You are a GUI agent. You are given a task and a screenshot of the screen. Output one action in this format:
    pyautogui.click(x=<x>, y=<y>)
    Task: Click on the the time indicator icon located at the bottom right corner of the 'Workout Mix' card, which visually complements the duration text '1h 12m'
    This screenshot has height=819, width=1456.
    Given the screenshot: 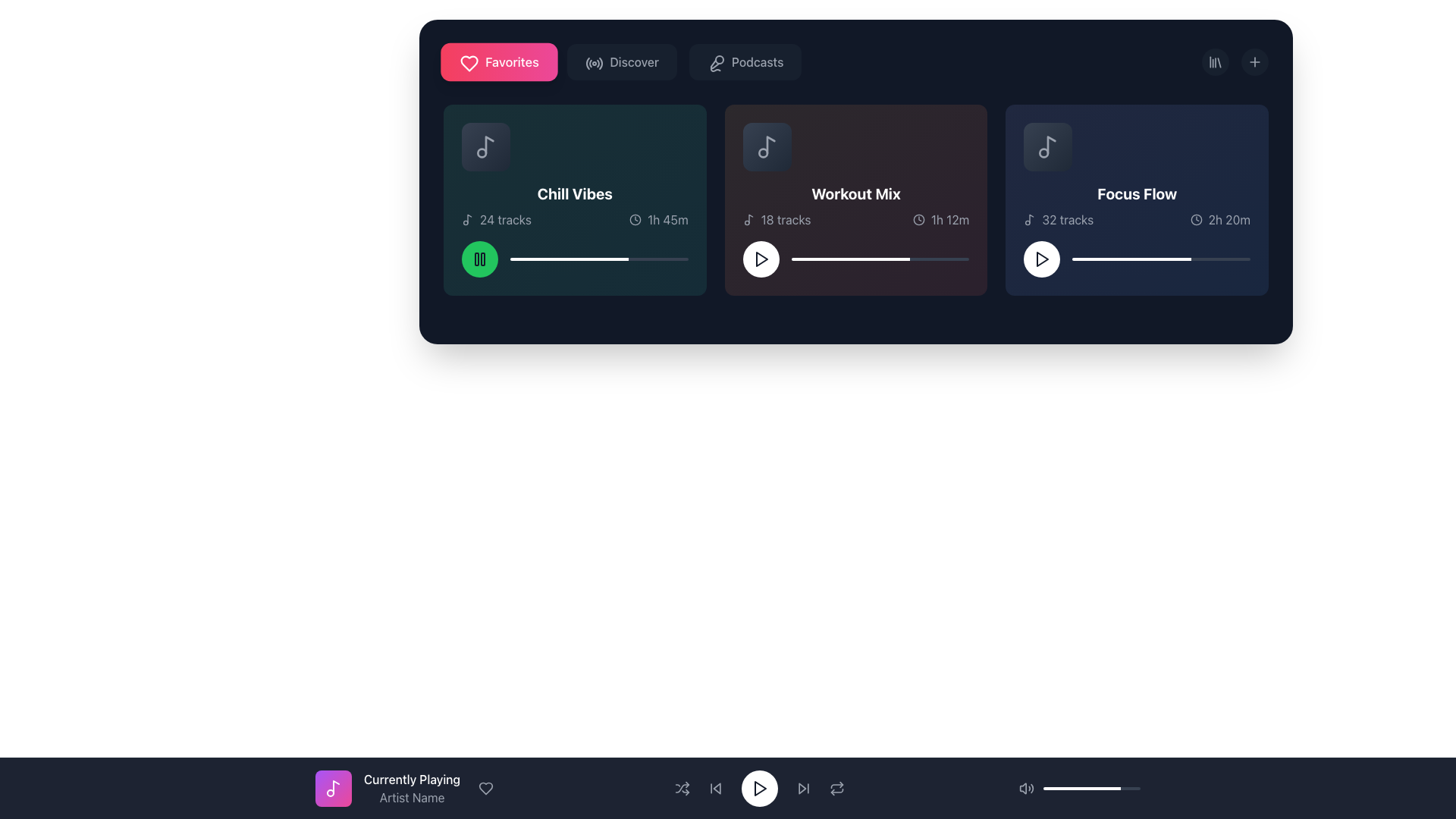 What is the action you would take?
    pyautogui.click(x=918, y=219)
    